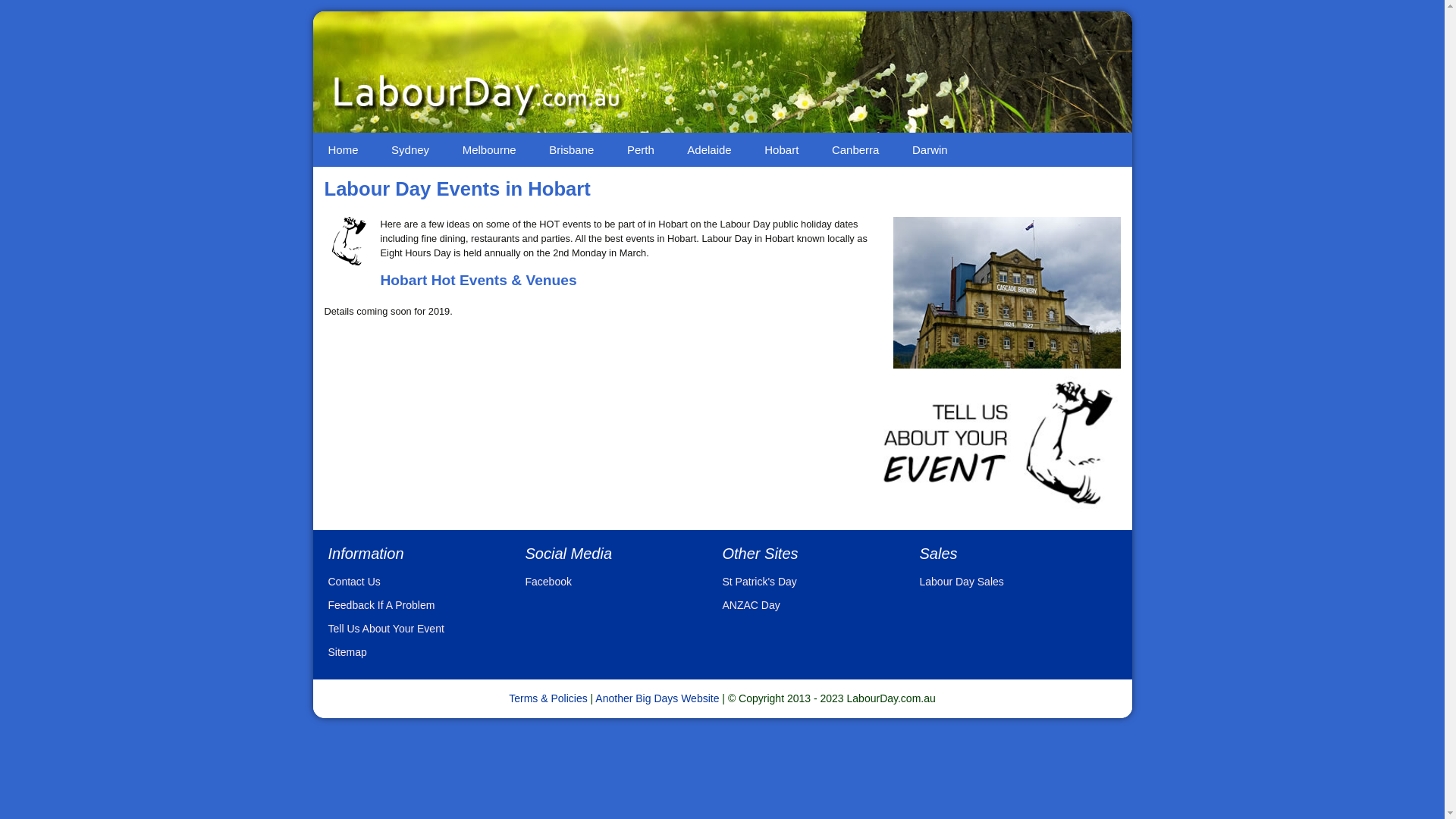 The image size is (1456, 819). Describe the element at coordinates (489, 149) in the screenshot. I see `'Melbourne'` at that location.